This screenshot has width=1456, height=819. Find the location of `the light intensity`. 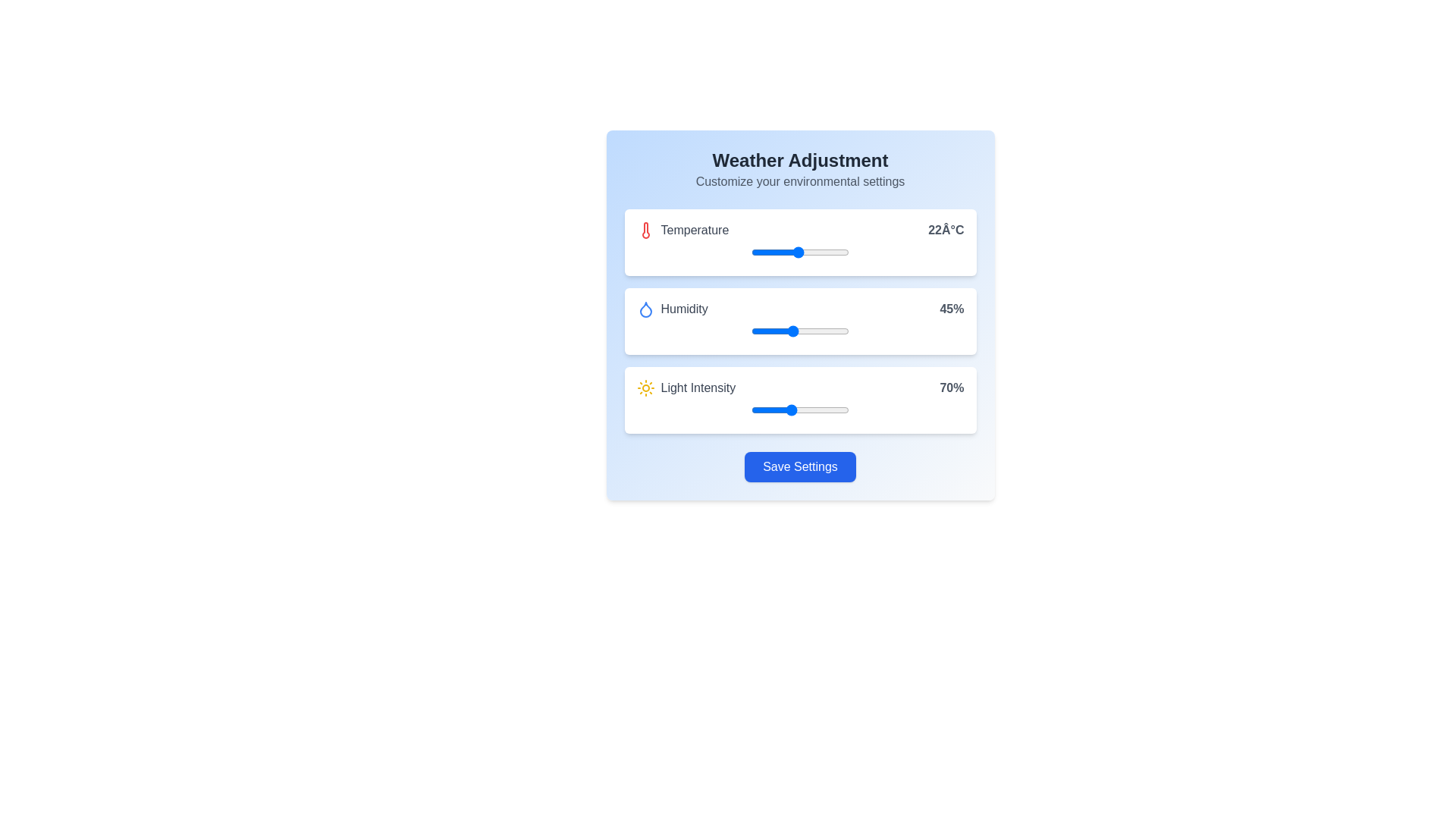

the light intensity is located at coordinates (811, 409).